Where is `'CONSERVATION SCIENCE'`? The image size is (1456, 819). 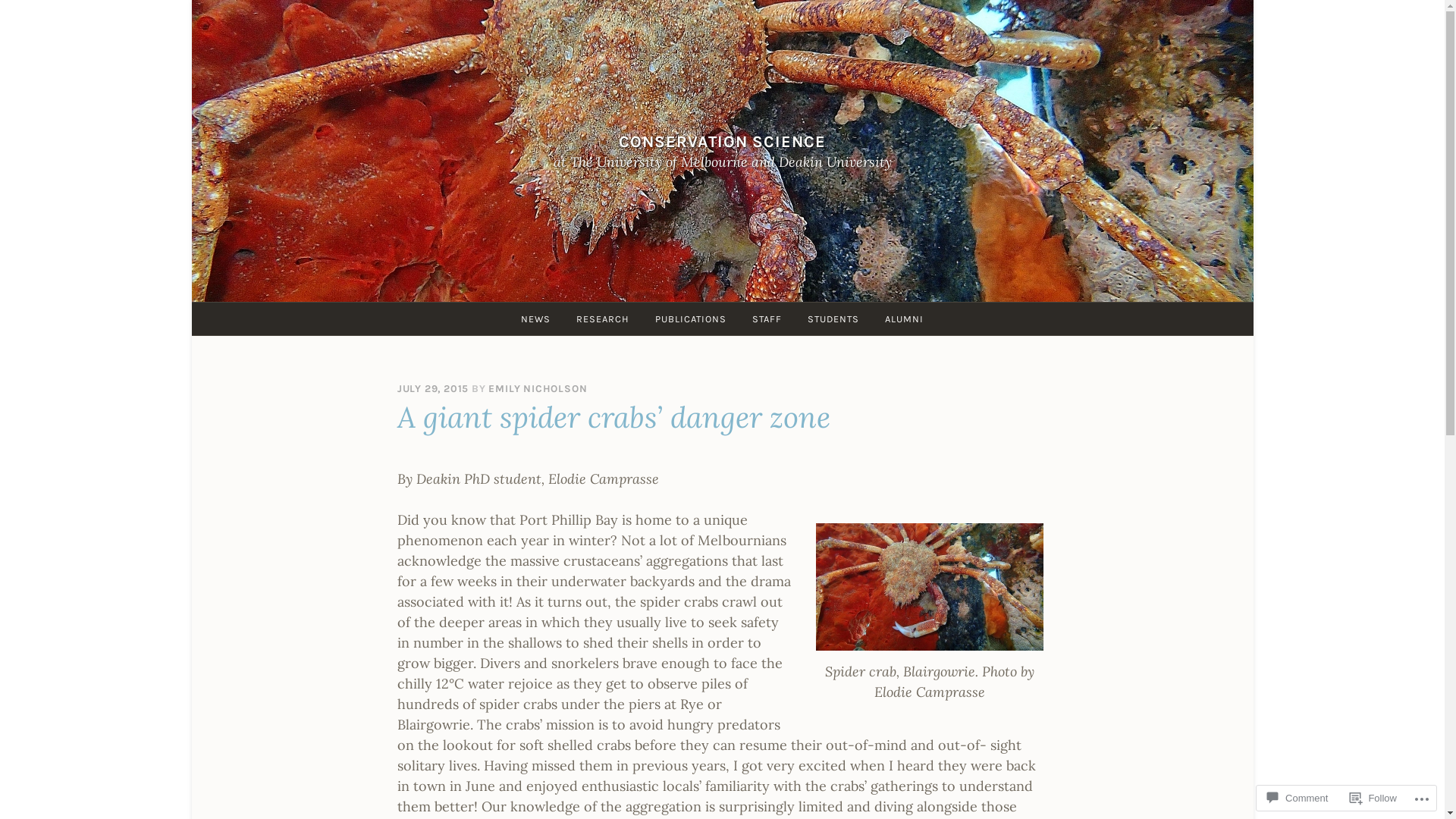
'CONSERVATION SCIENCE' is located at coordinates (721, 141).